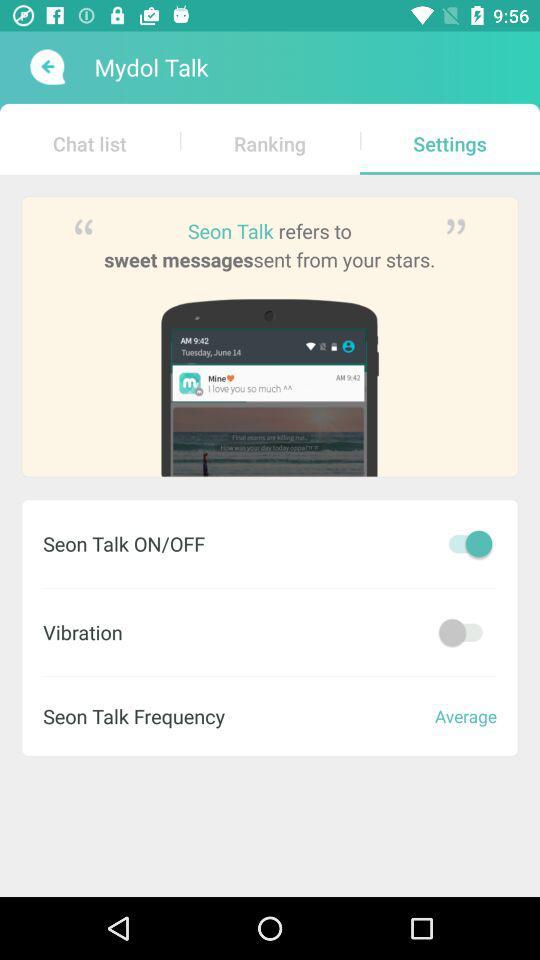  I want to click on on\off seon talk, so click(465, 543).